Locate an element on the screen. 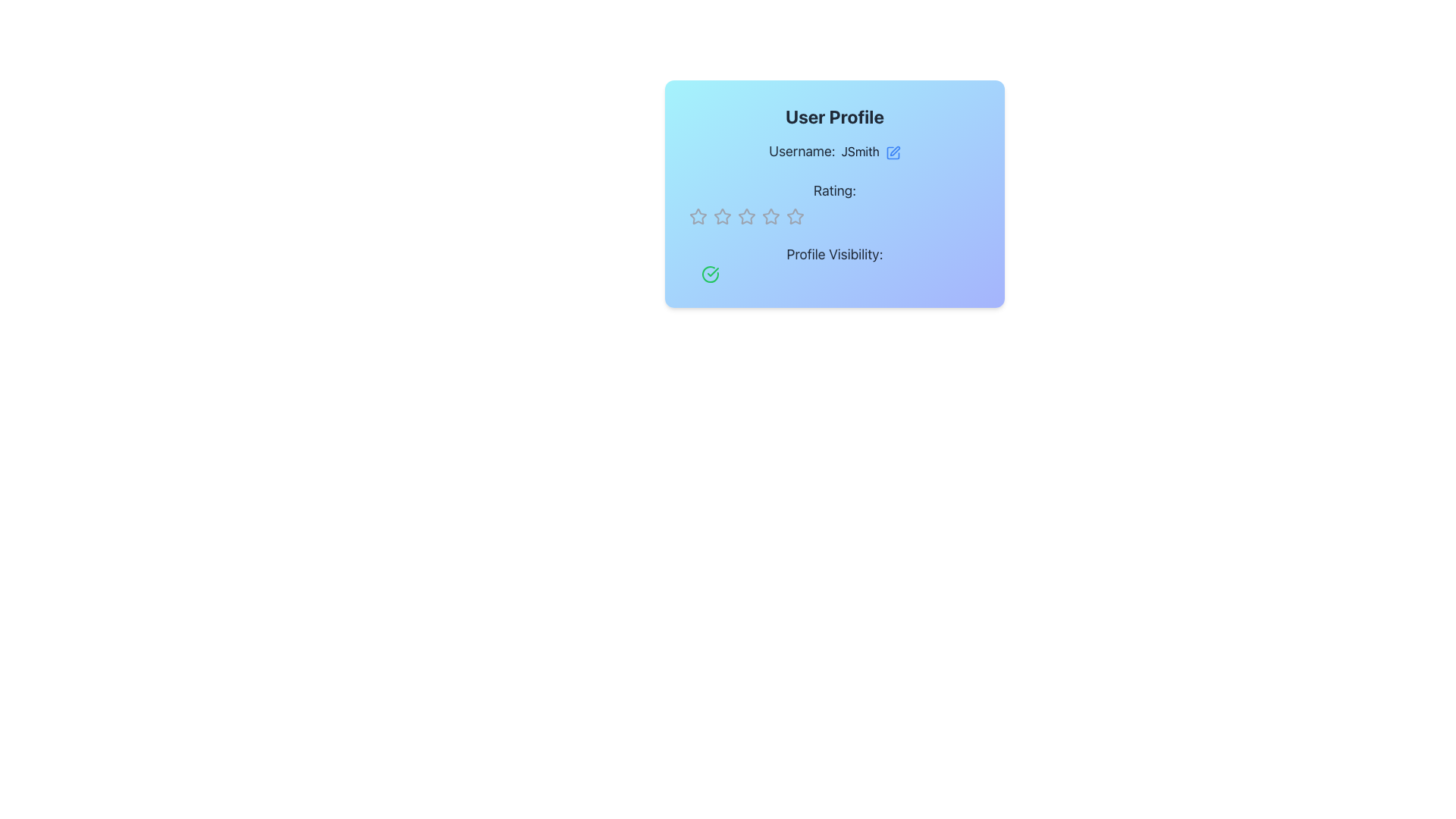  the 24x24 pixel circular icon with a green border and a checkmark inside, located to the left of the 'Profile Visibility:' label and slightly below the last text in the interface is located at coordinates (709, 275).